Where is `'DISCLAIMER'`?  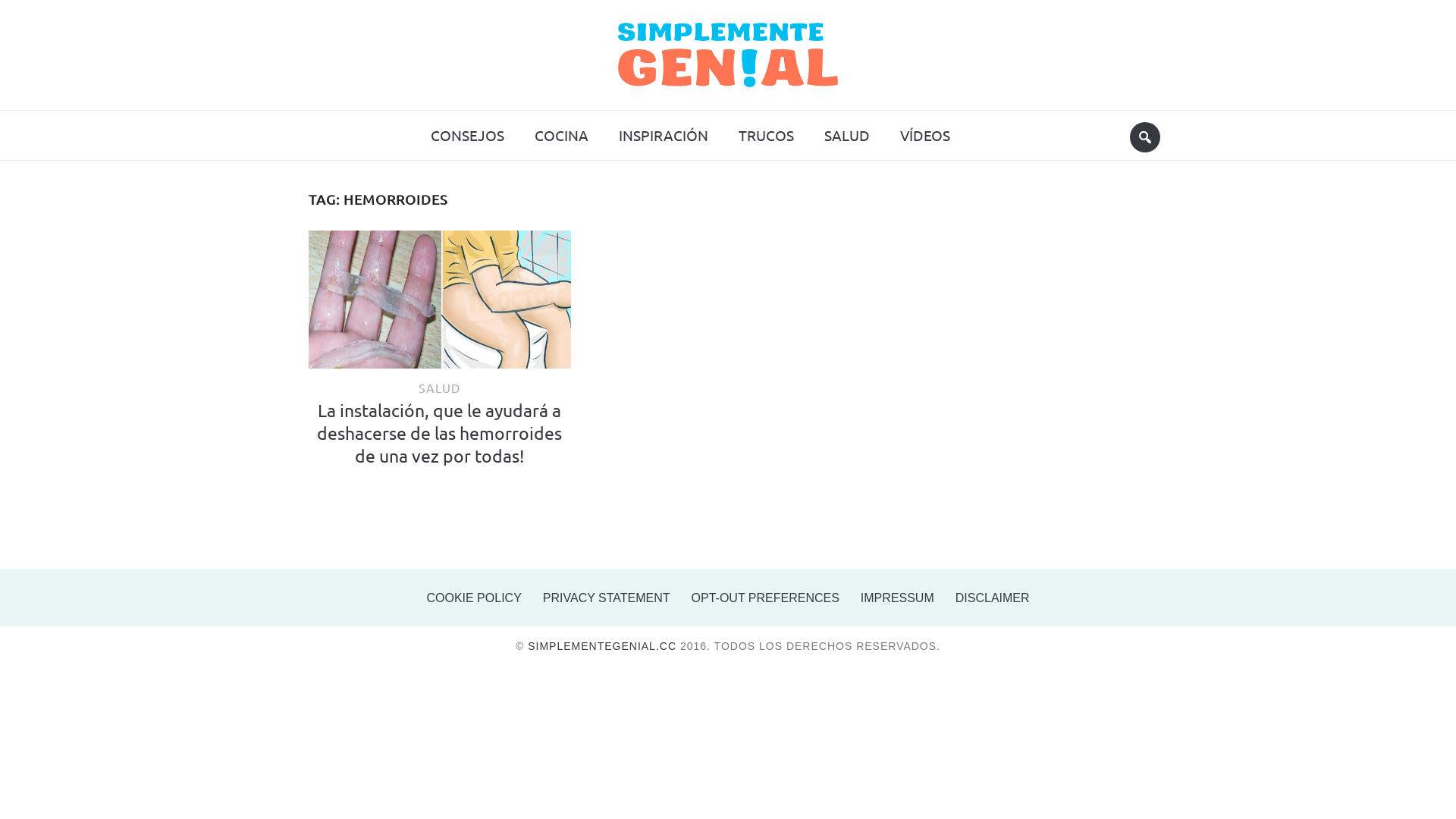
'DISCLAIMER' is located at coordinates (993, 597).